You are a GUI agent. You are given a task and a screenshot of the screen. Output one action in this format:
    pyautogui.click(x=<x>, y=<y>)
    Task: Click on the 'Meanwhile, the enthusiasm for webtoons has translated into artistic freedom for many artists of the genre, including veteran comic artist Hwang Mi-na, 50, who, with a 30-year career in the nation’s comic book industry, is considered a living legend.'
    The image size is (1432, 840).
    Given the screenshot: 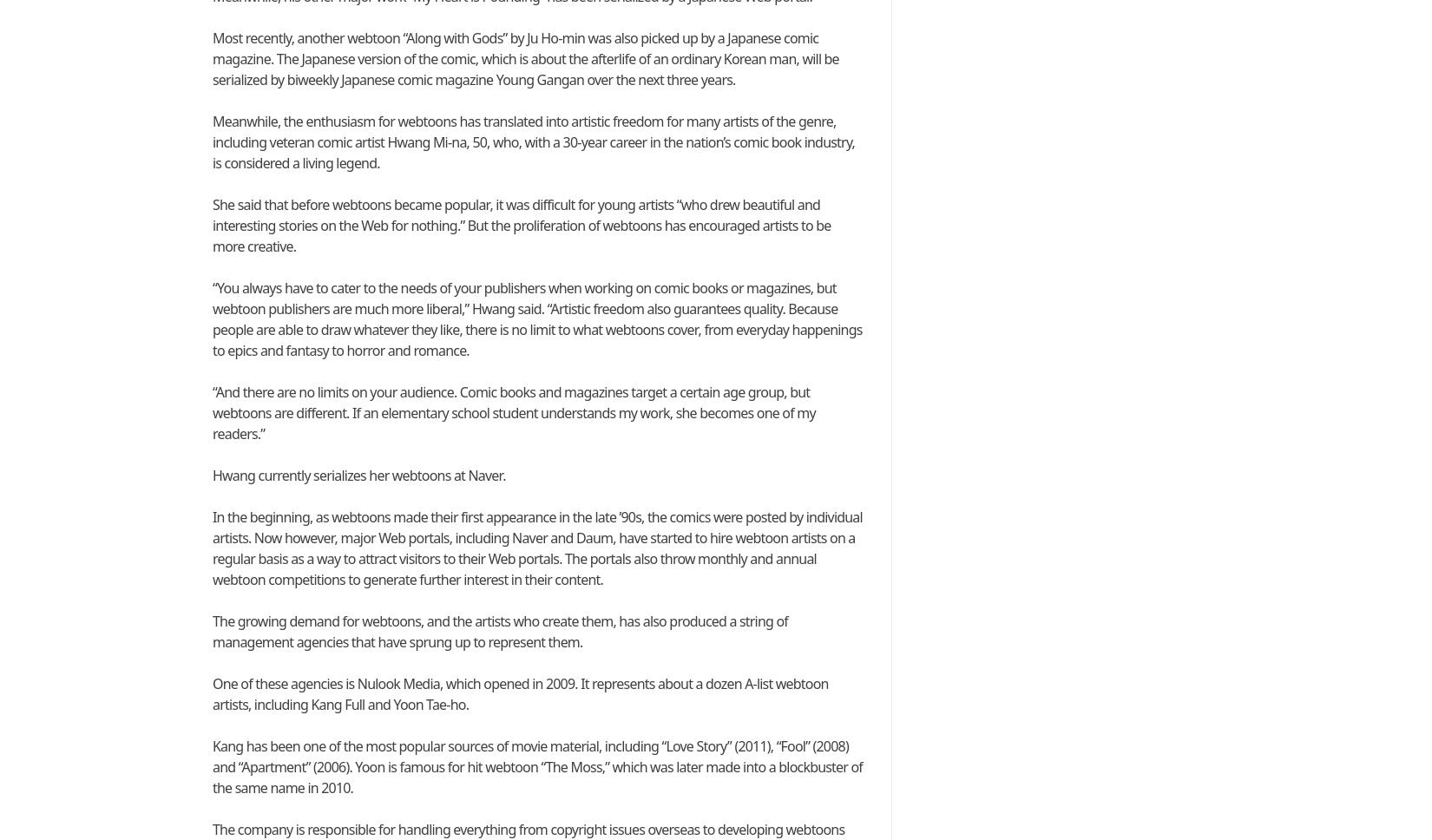 What is the action you would take?
    pyautogui.click(x=213, y=141)
    